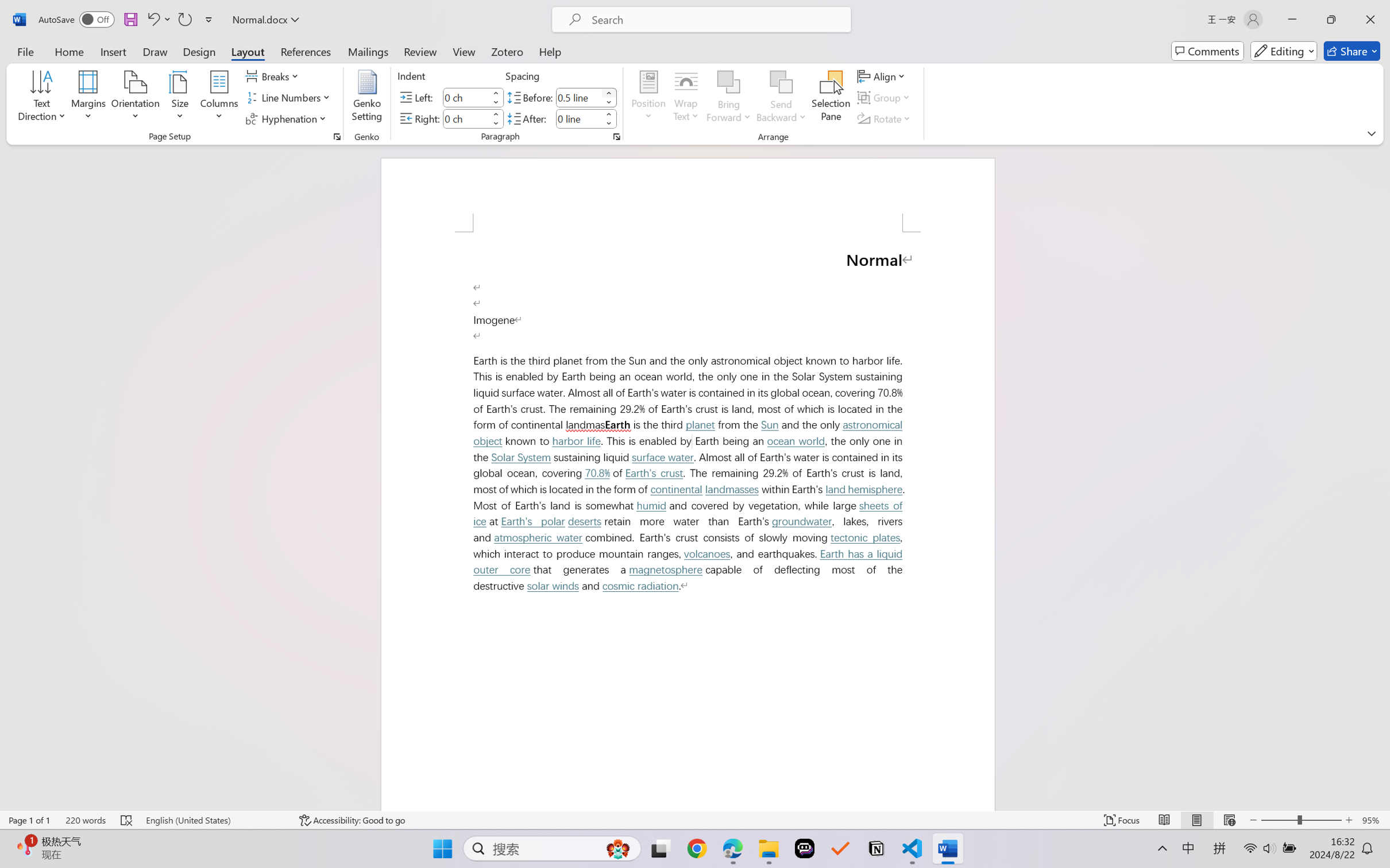  What do you see at coordinates (690, 562) in the screenshot?
I see `'Earth has a liquid outer core'` at bounding box center [690, 562].